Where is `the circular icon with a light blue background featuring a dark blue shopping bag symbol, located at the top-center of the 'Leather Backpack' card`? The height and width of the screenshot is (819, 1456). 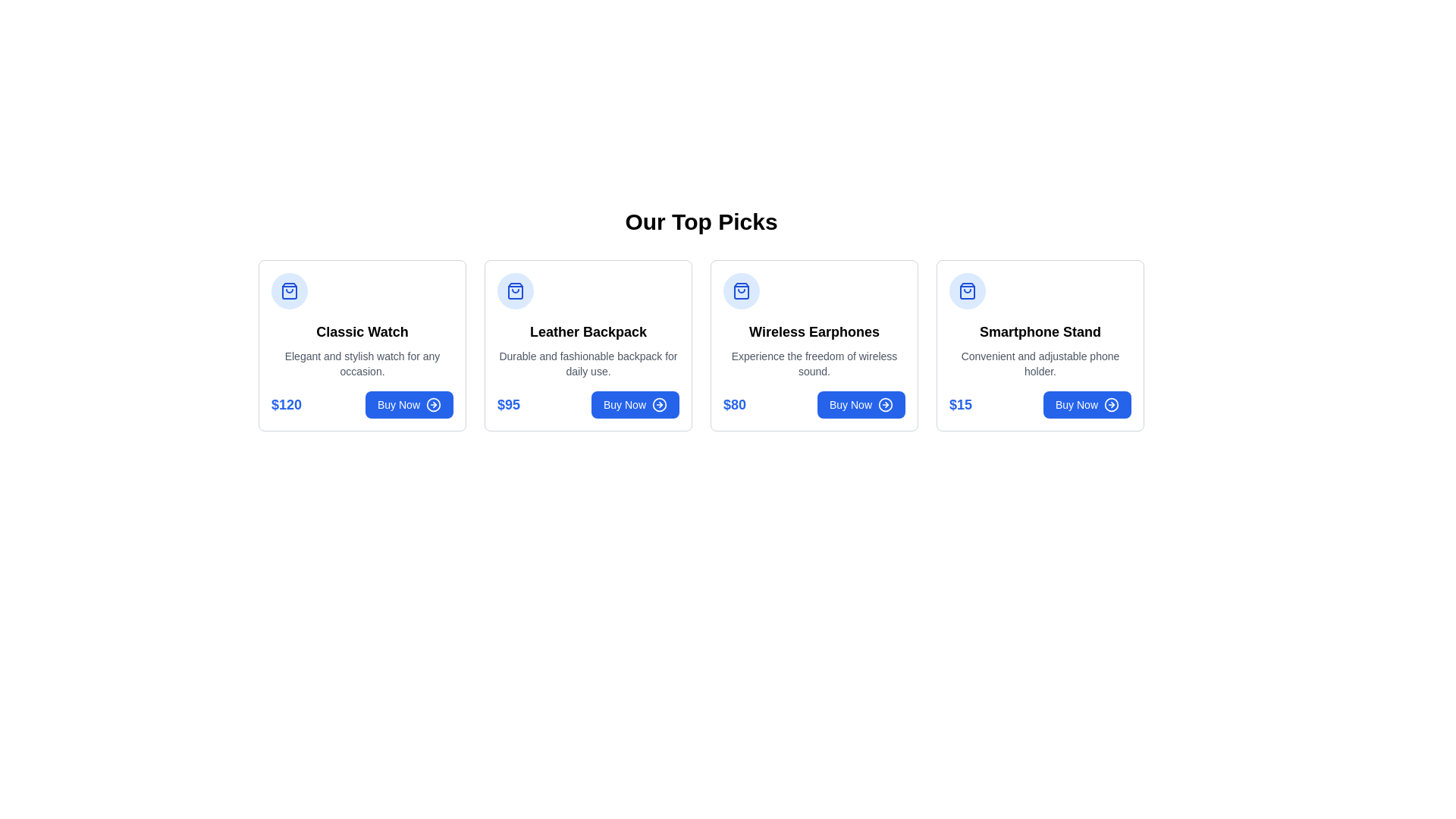 the circular icon with a light blue background featuring a dark blue shopping bag symbol, located at the top-center of the 'Leather Backpack' card is located at coordinates (516, 291).